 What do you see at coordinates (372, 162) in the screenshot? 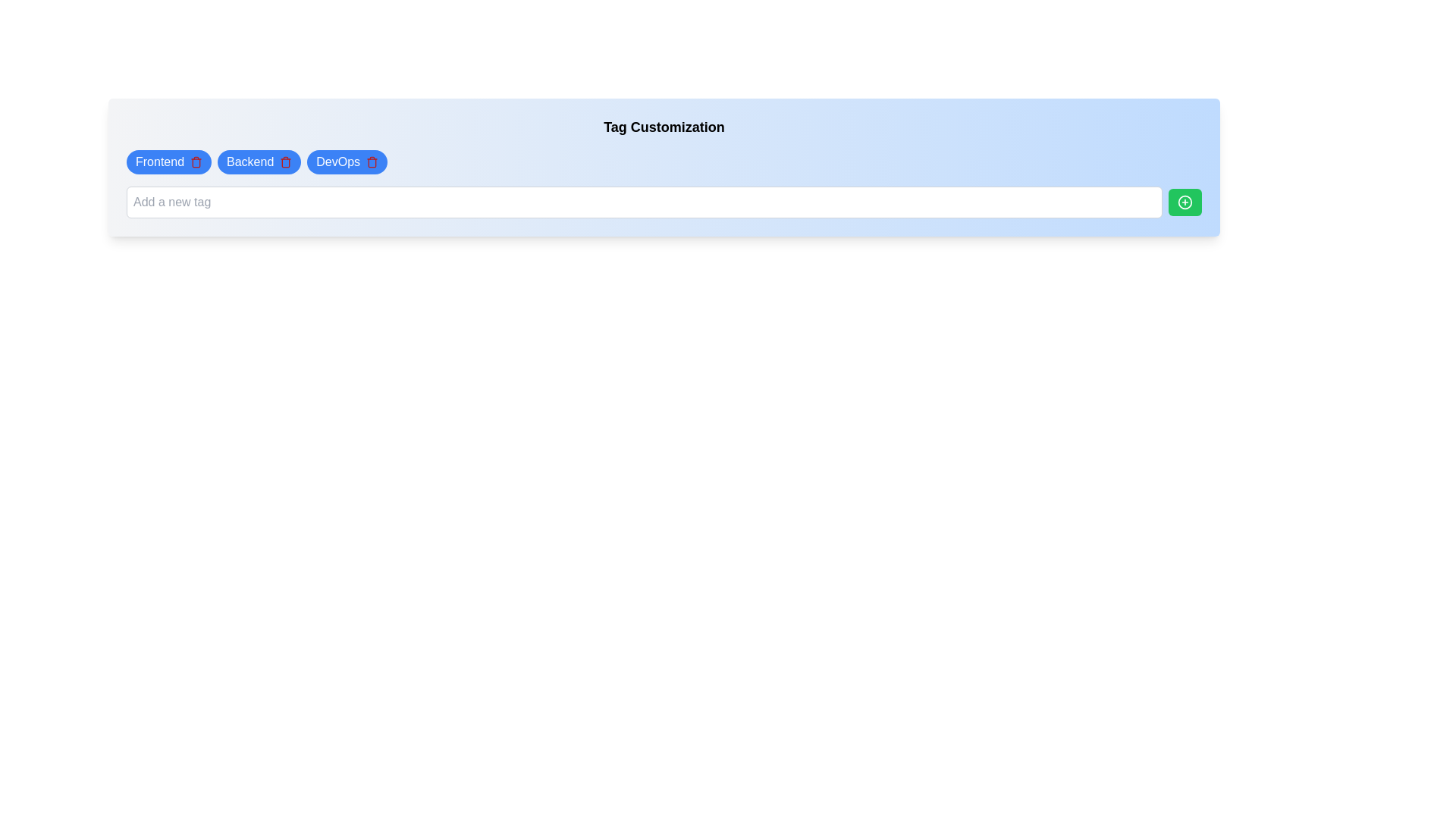
I see `the Trash icon button` at bounding box center [372, 162].